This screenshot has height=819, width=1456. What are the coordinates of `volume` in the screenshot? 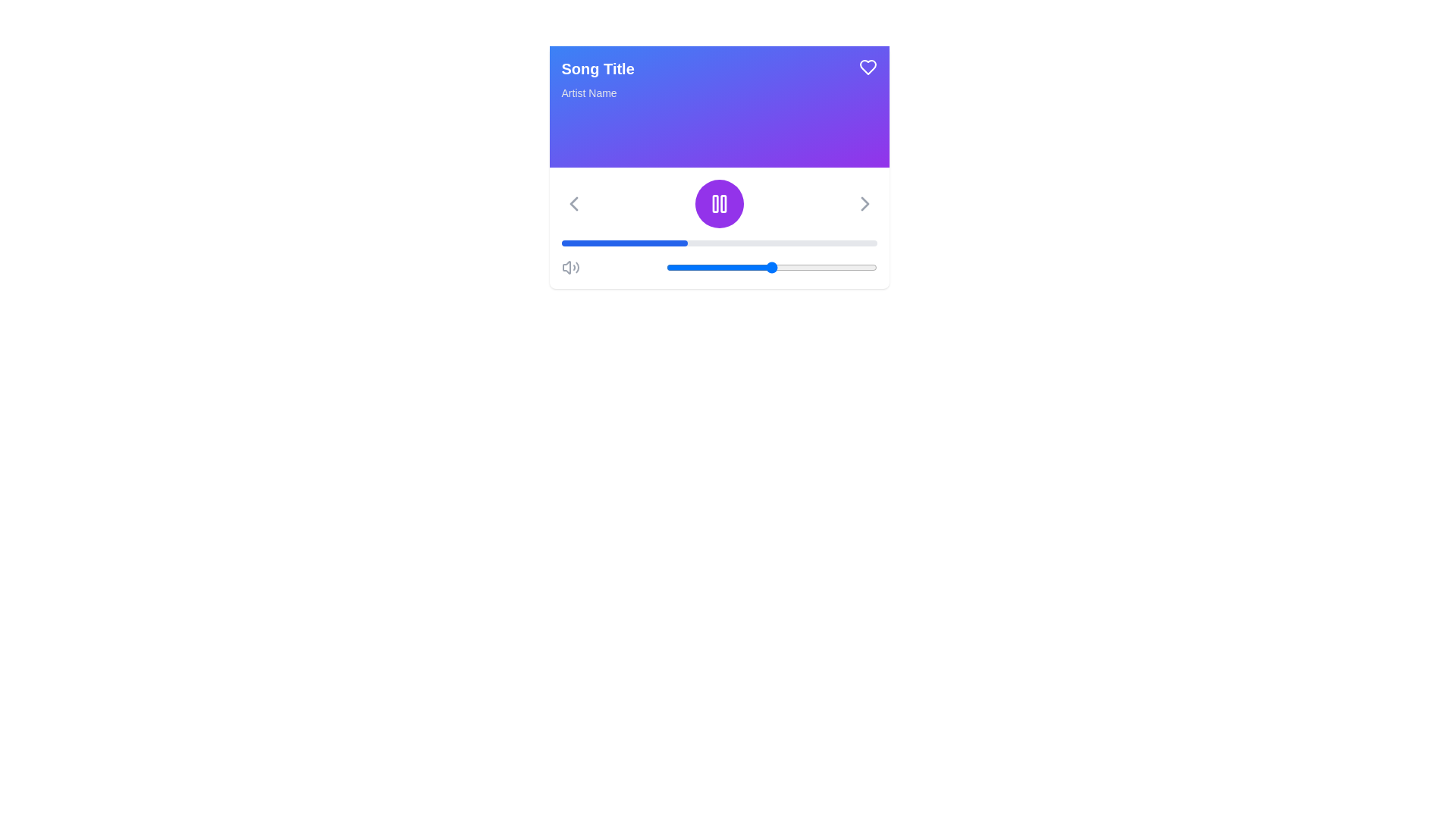 It's located at (670, 267).